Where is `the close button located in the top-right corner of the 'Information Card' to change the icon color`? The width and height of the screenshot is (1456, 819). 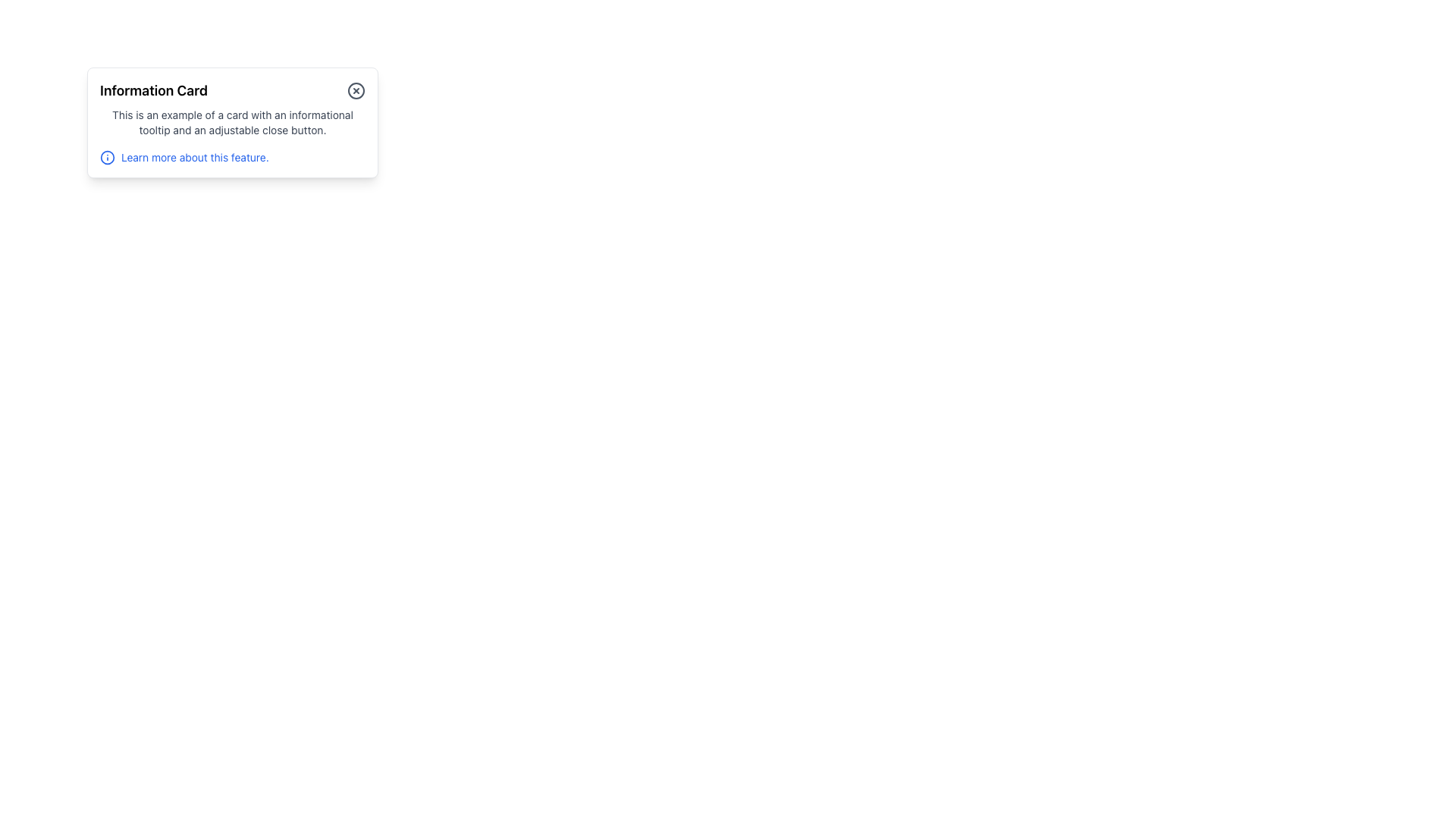
the close button located in the top-right corner of the 'Information Card' to change the icon color is located at coordinates (356, 90).